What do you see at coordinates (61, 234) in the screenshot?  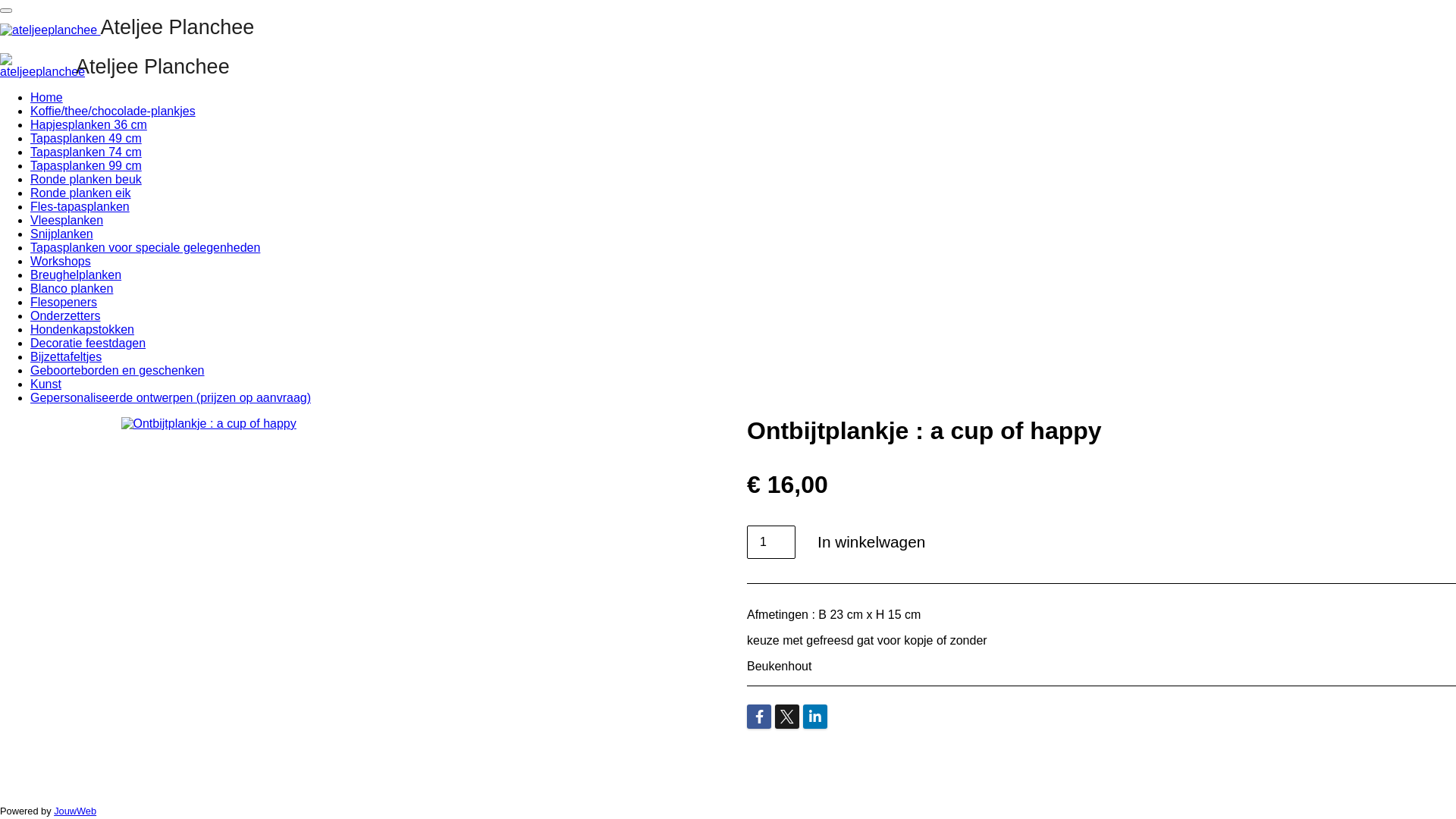 I see `'Snijplanken'` at bounding box center [61, 234].